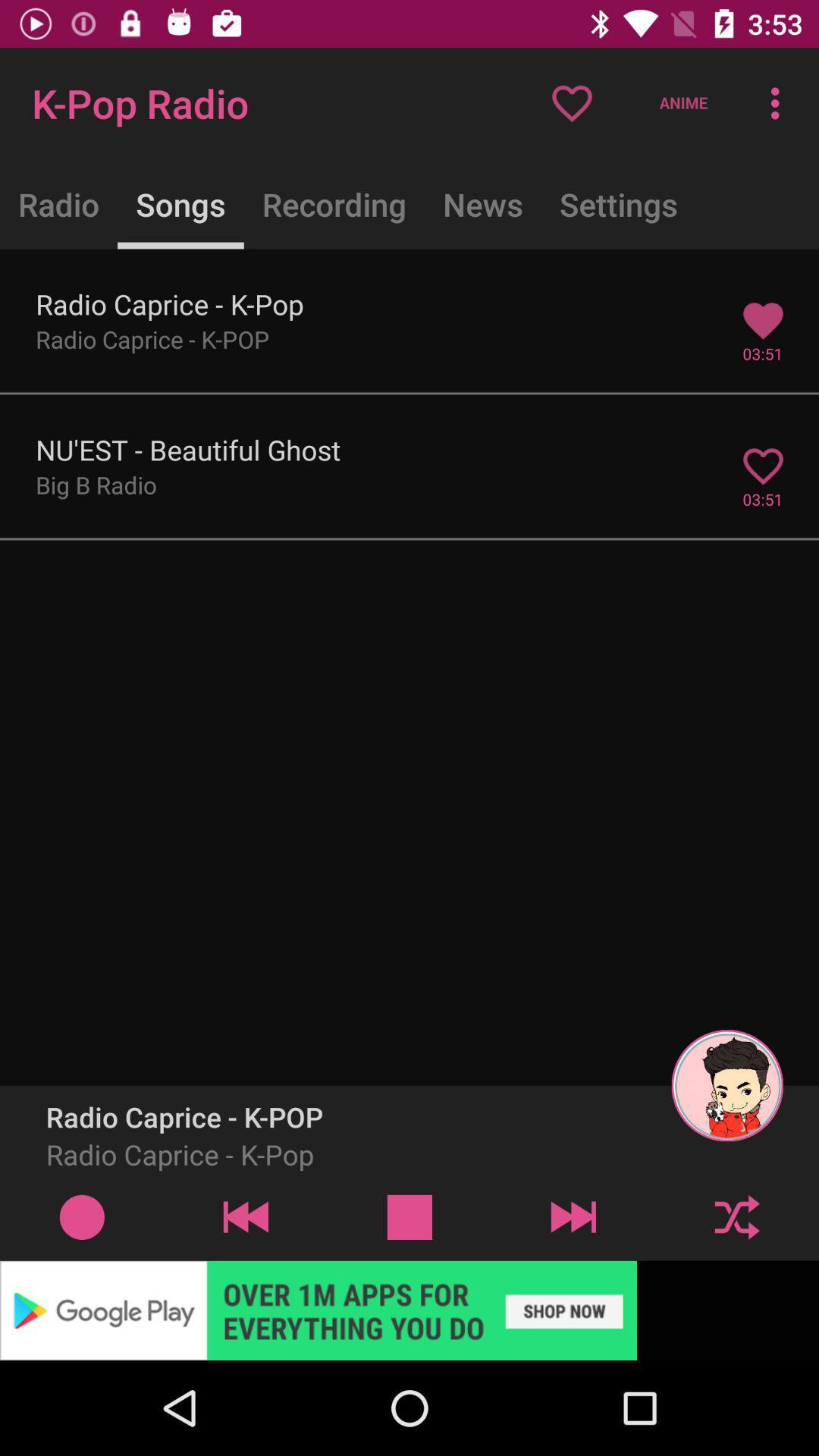  Describe the element at coordinates (619, 203) in the screenshot. I see `settings` at that location.